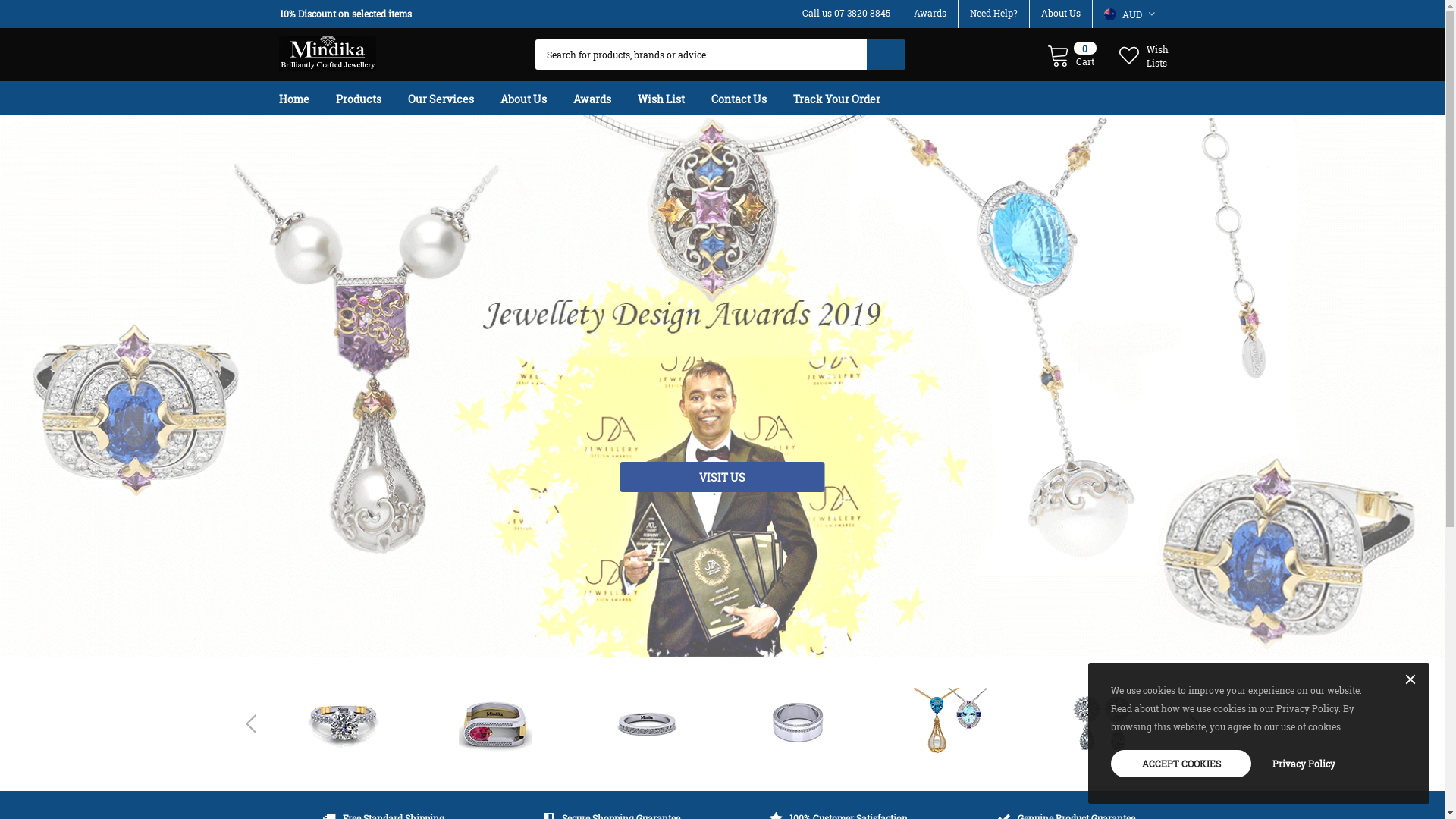  Describe the element at coordinates (751, 98) in the screenshot. I see `'Contact Us'` at that location.